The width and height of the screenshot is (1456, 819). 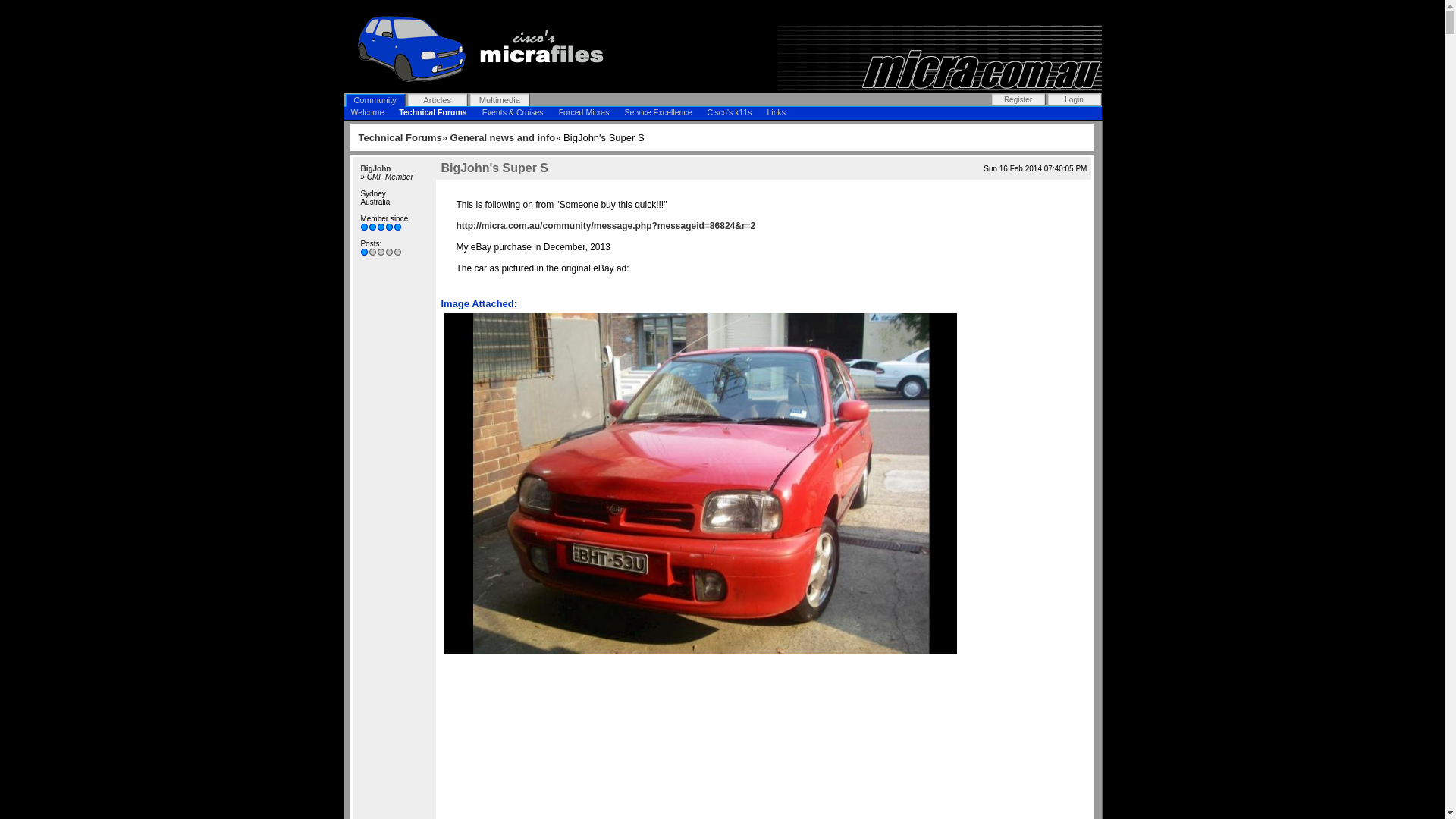 I want to click on 'Events & Cruises', so click(x=513, y=112).